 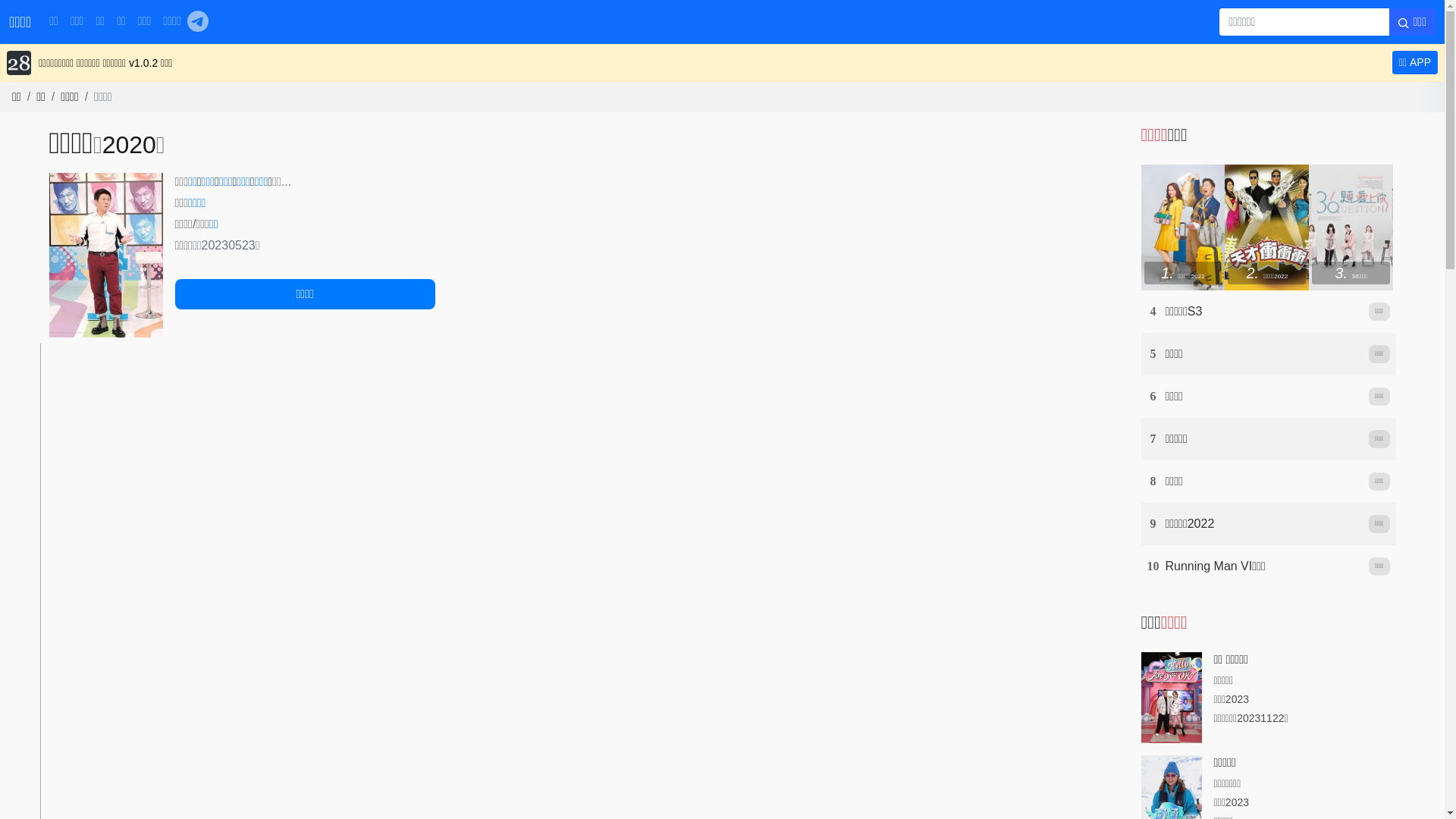 What do you see at coordinates (129, 145) in the screenshot?
I see `'2020'` at bounding box center [129, 145].